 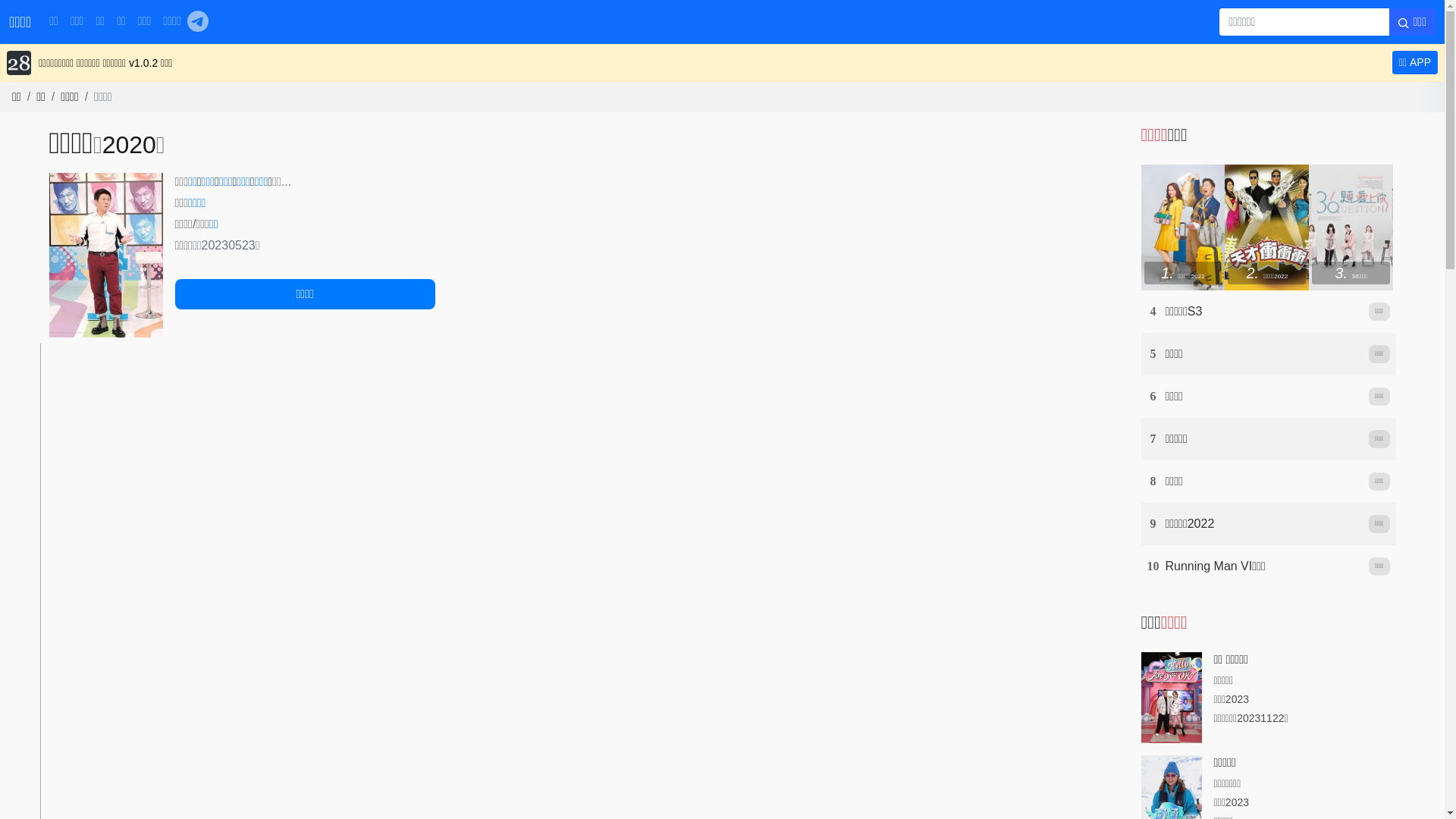 What do you see at coordinates (129, 145) in the screenshot?
I see `'2020'` at bounding box center [129, 145].